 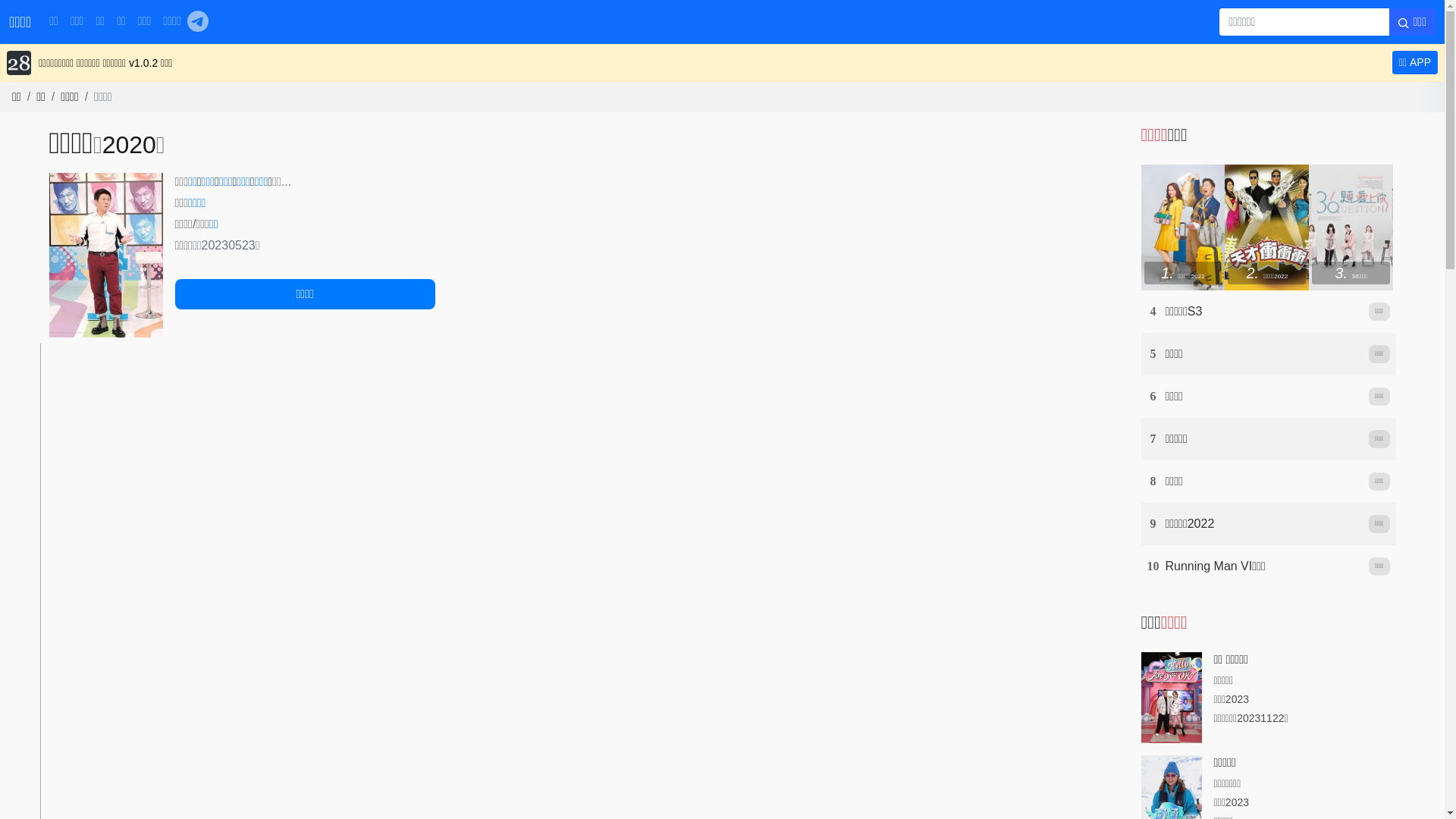 What do you see at coordinates (129, 145) in the screenshot?
I see `'2020'` at bounding box center [129, 145].